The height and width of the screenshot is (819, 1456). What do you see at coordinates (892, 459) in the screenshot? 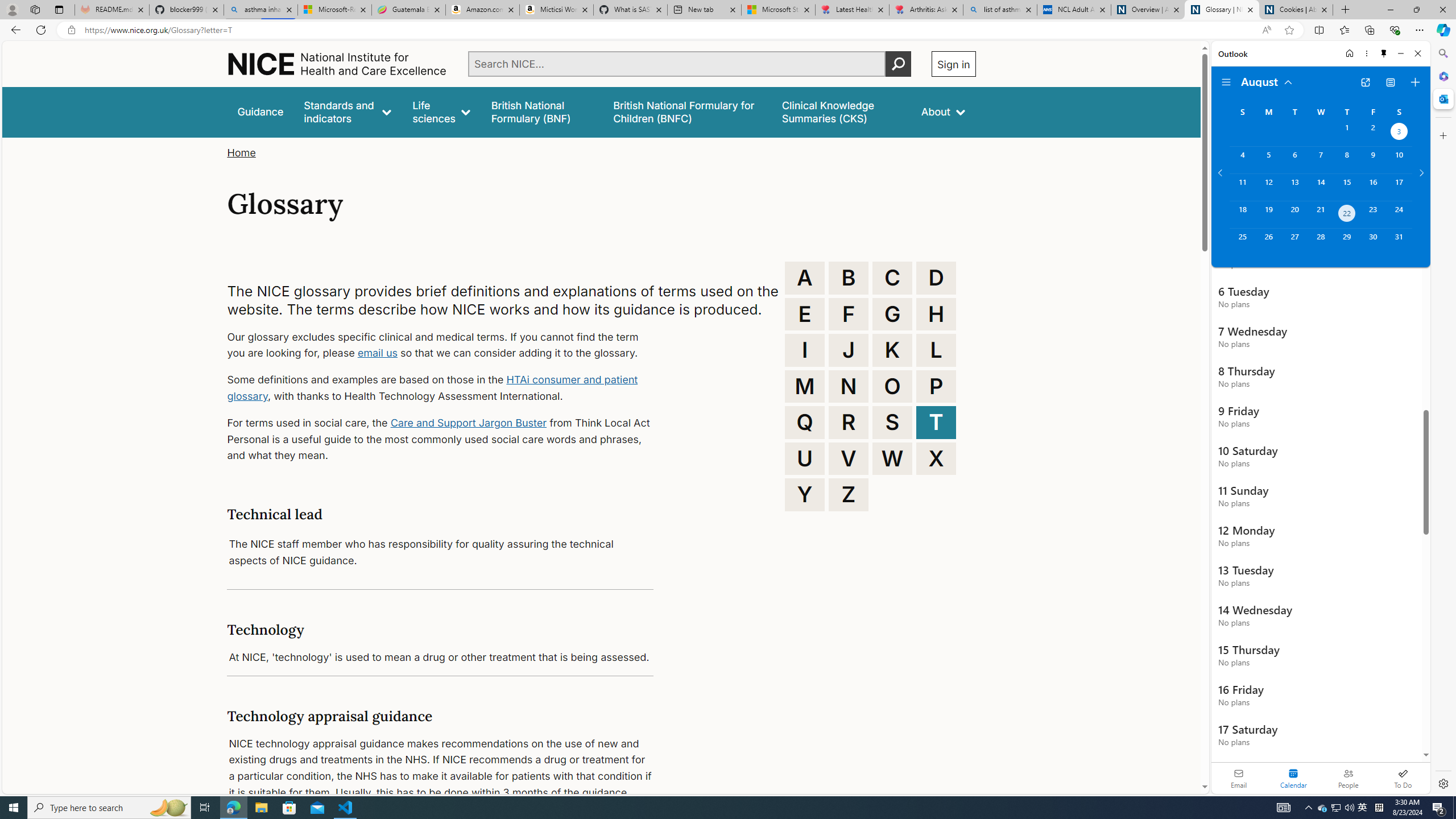
I see `'W'` at bounding box center [892, 459].